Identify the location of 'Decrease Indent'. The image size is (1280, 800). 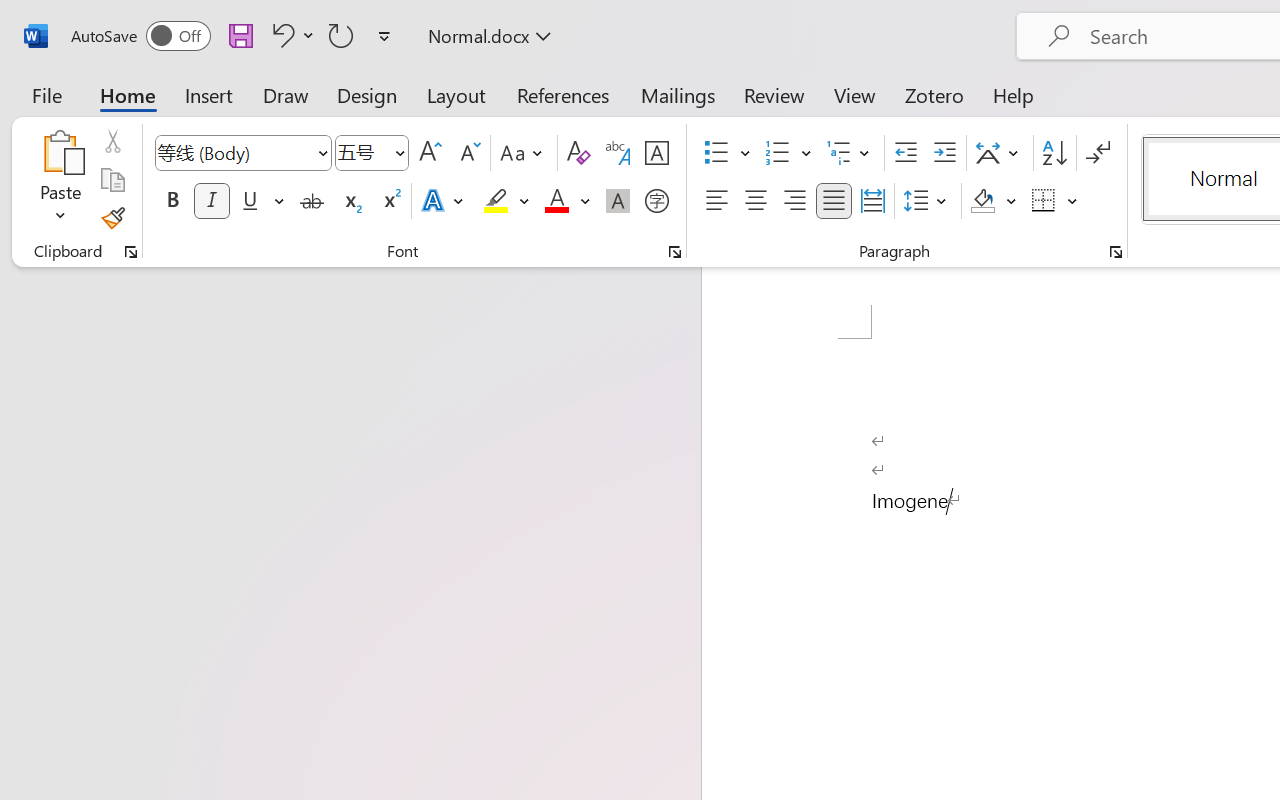
(905, 153).